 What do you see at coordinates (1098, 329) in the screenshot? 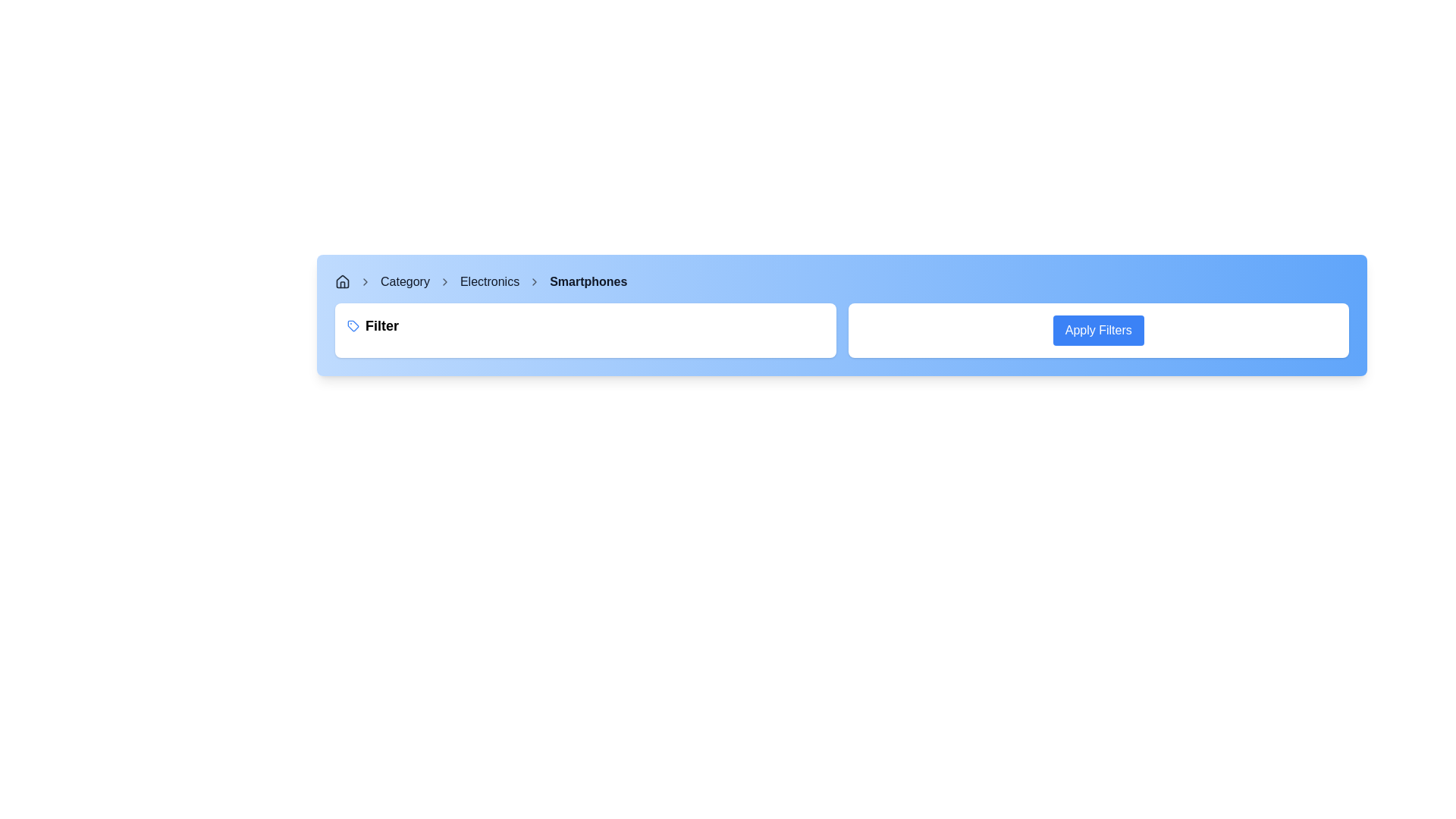
I see `the 'Apply Filters' button with a blue background and white text` at bounding box center [1098, 329].